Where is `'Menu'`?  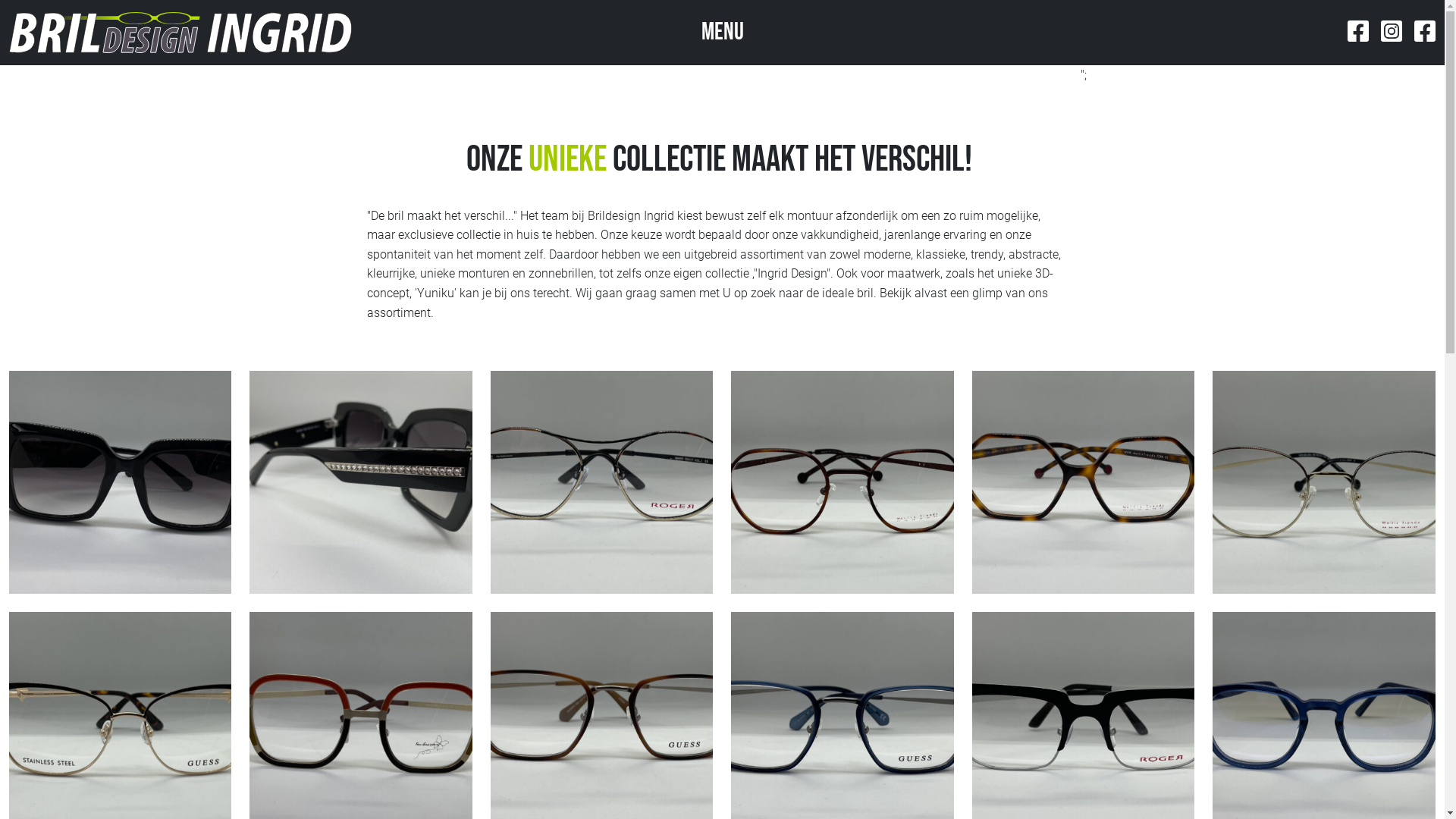 'Menu' is located at coordinates (720, 32).